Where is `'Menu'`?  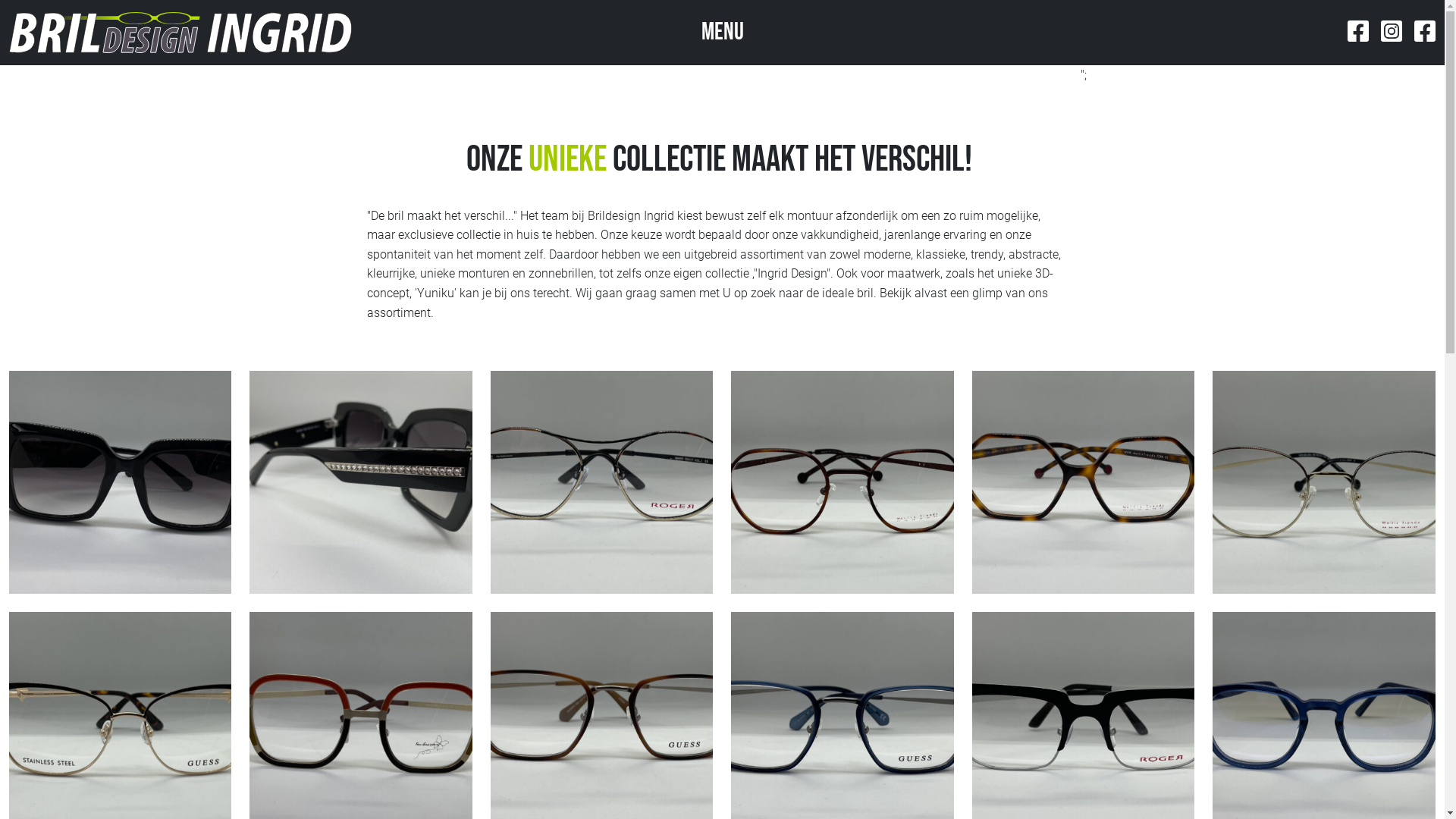 'Menu' is located at coordinates (720, 32).